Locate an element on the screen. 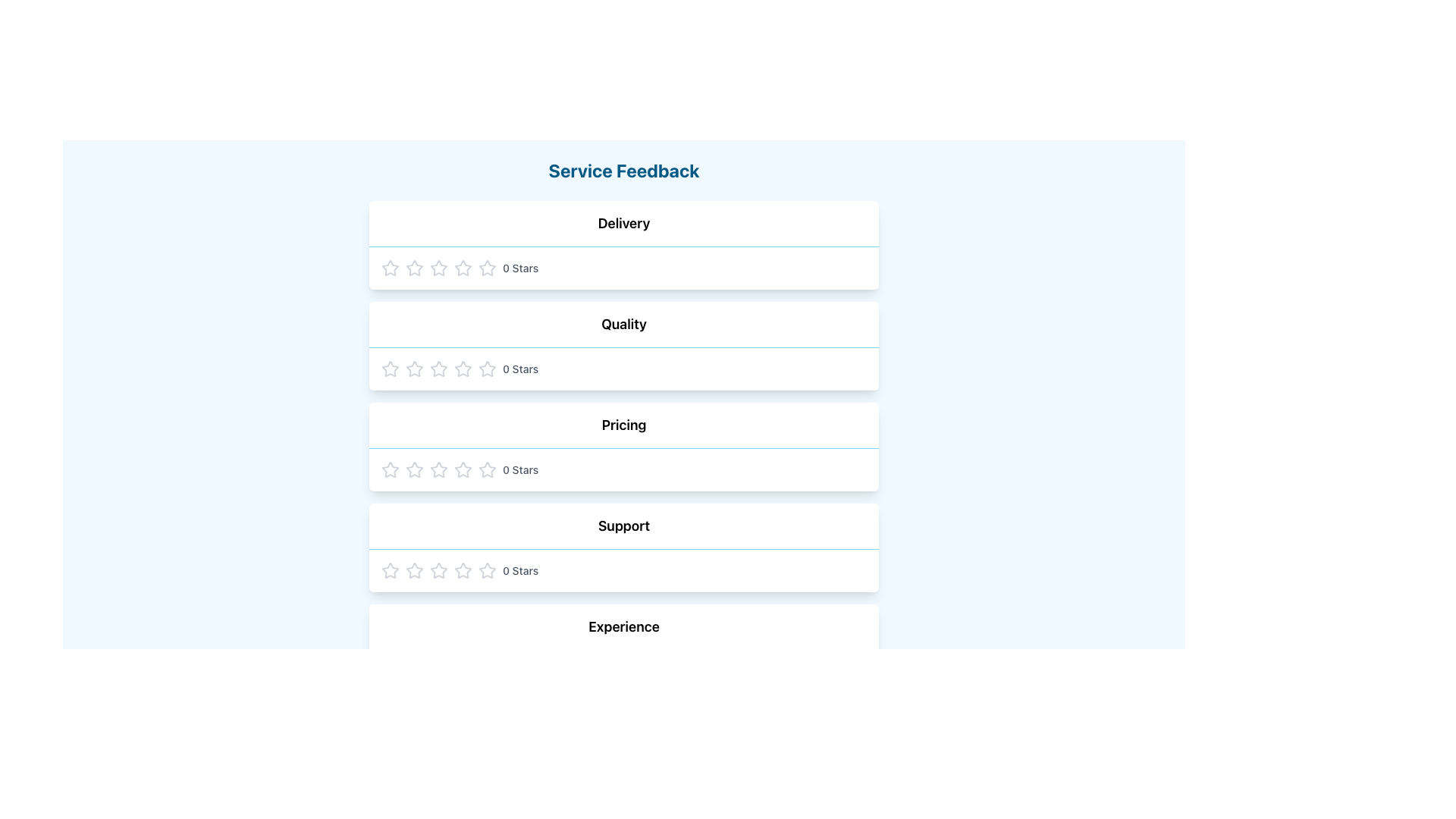 The image size is (1456, 819). the third star-shaped rating button in the 'Delivery' feedback section to provide a rating is located at coordinates (488, 267).